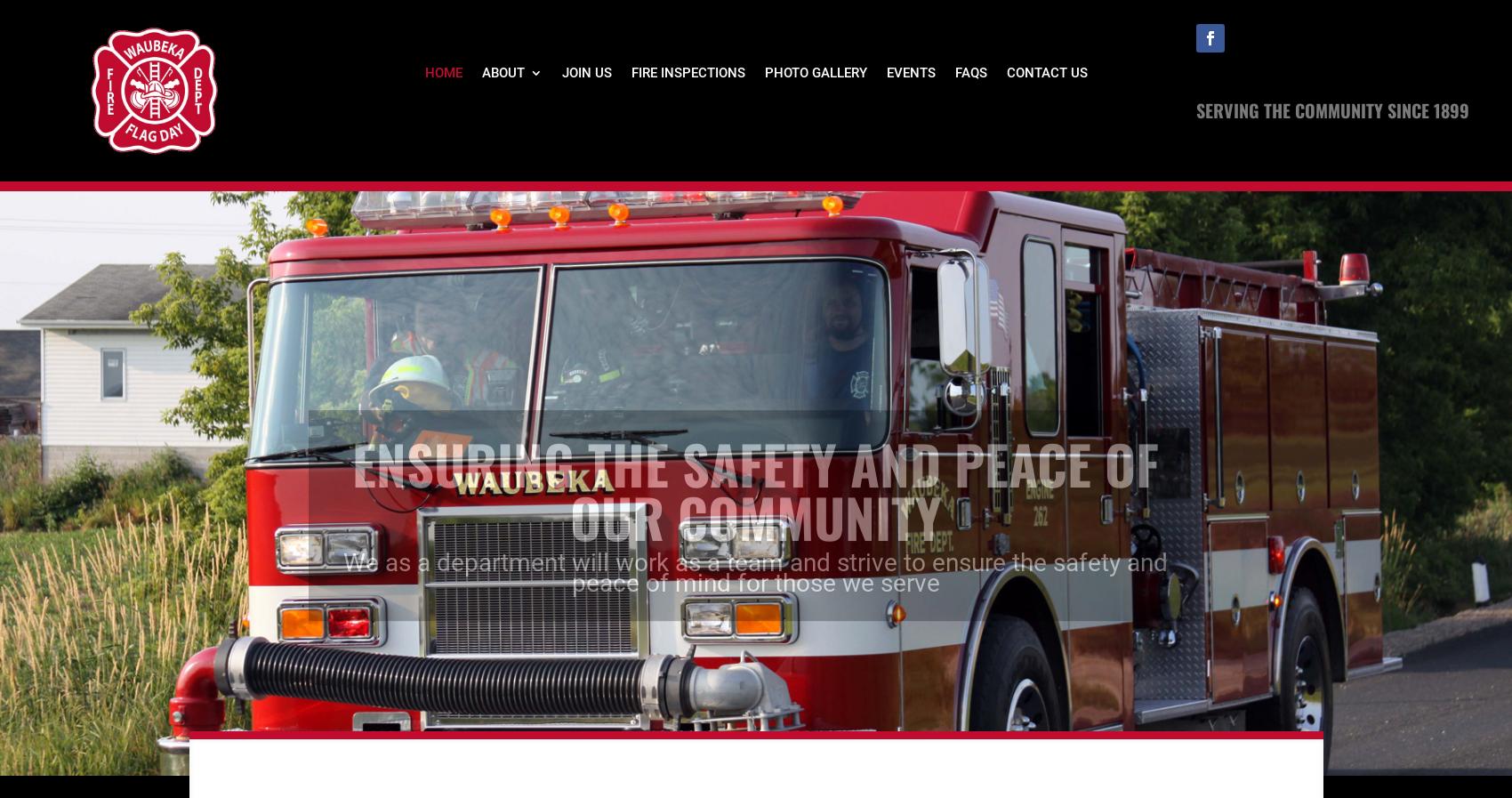 This screenshot has width=1512, height=798. I want to click on 'We as a department will work as a team and strive to ensure the safety and peace of mind for those we serve', so click(342, 540).